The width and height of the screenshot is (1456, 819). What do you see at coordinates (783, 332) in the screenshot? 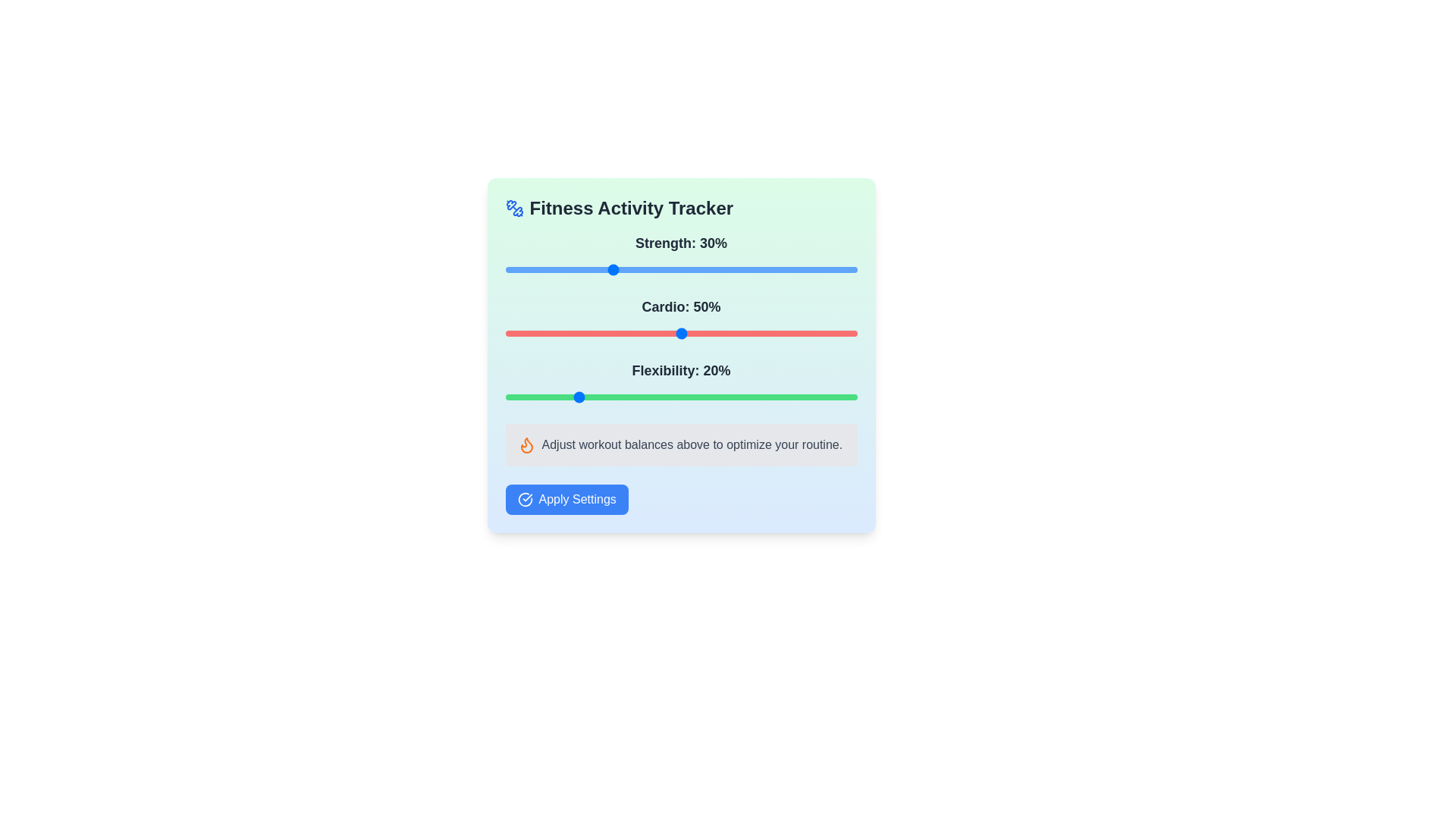
I see `the Cardio slider` at bounding box center [783, 332].